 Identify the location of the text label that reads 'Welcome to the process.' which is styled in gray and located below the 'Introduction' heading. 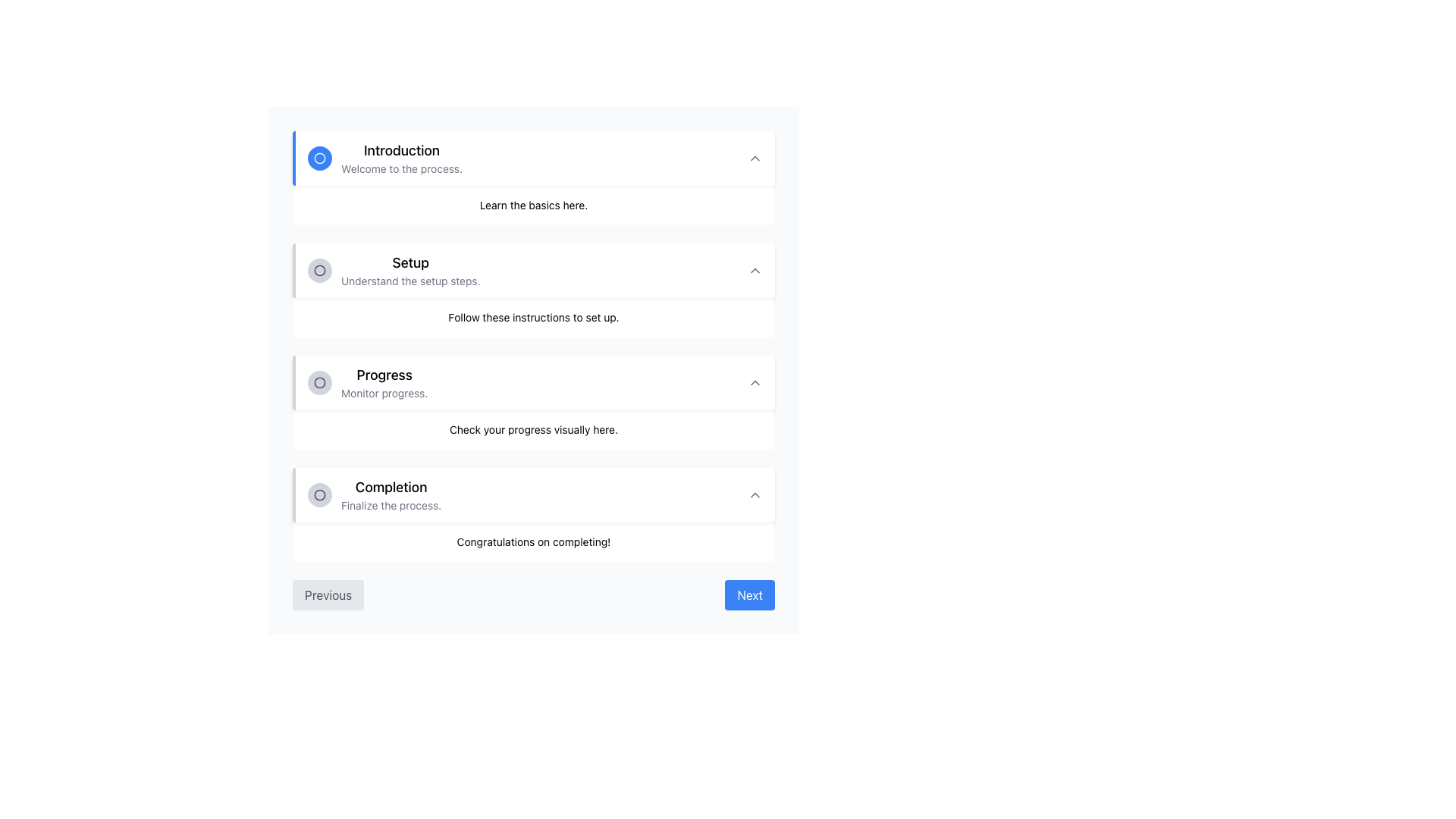
(402, 169).